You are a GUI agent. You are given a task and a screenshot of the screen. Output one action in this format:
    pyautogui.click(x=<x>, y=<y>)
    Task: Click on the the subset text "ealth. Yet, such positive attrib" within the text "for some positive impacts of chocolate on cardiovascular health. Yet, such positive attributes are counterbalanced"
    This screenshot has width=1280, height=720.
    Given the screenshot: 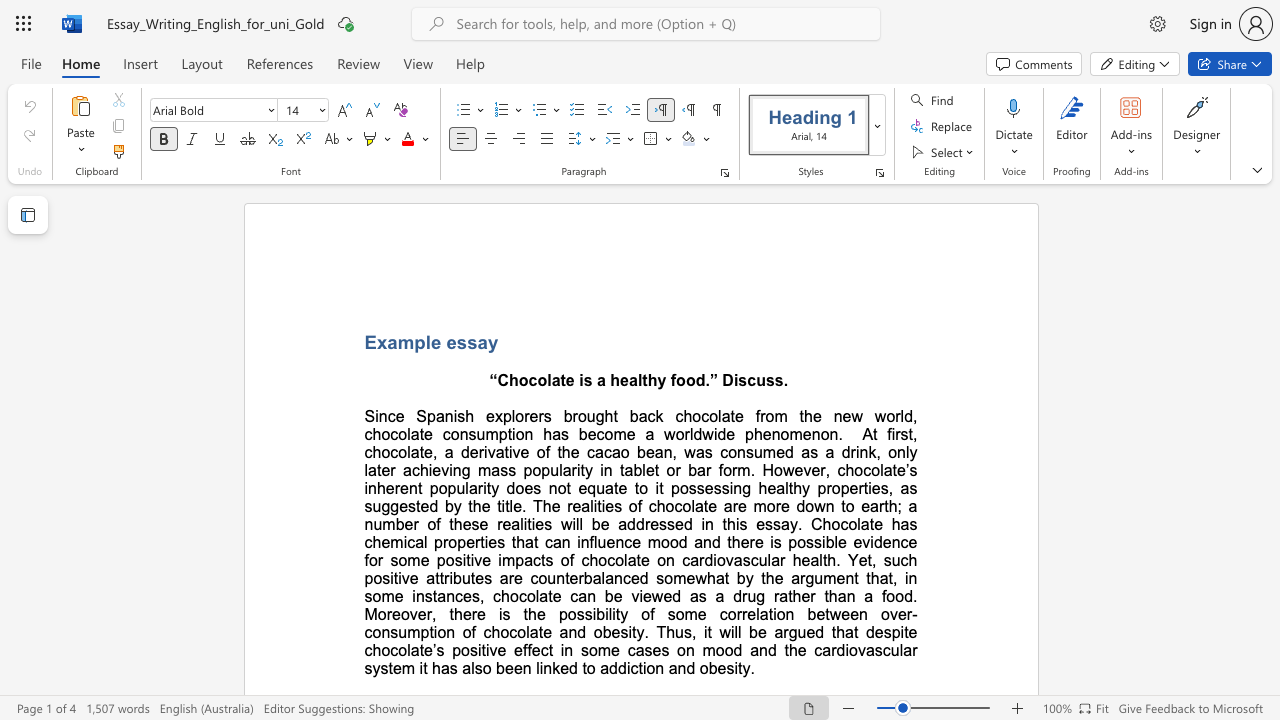 What is the action you would take?
    pyautogui.click(x=801, y=560)
    